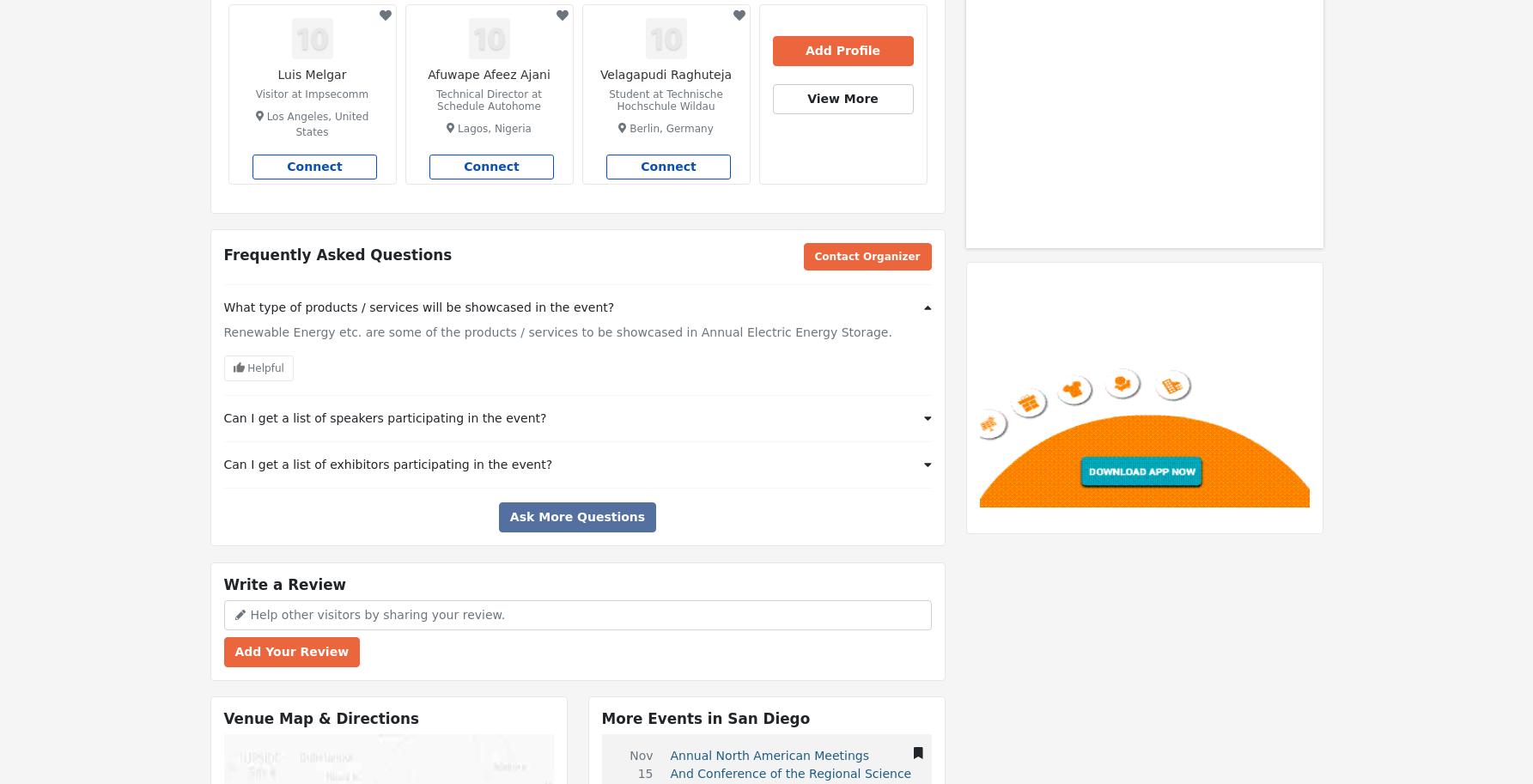 The height and width of the screenshot is (784, 1533). What do you see at coordinates (271, 15) in the screenshot?
I see `'Help Center | FAQ'` at bounding box center [271, 15].